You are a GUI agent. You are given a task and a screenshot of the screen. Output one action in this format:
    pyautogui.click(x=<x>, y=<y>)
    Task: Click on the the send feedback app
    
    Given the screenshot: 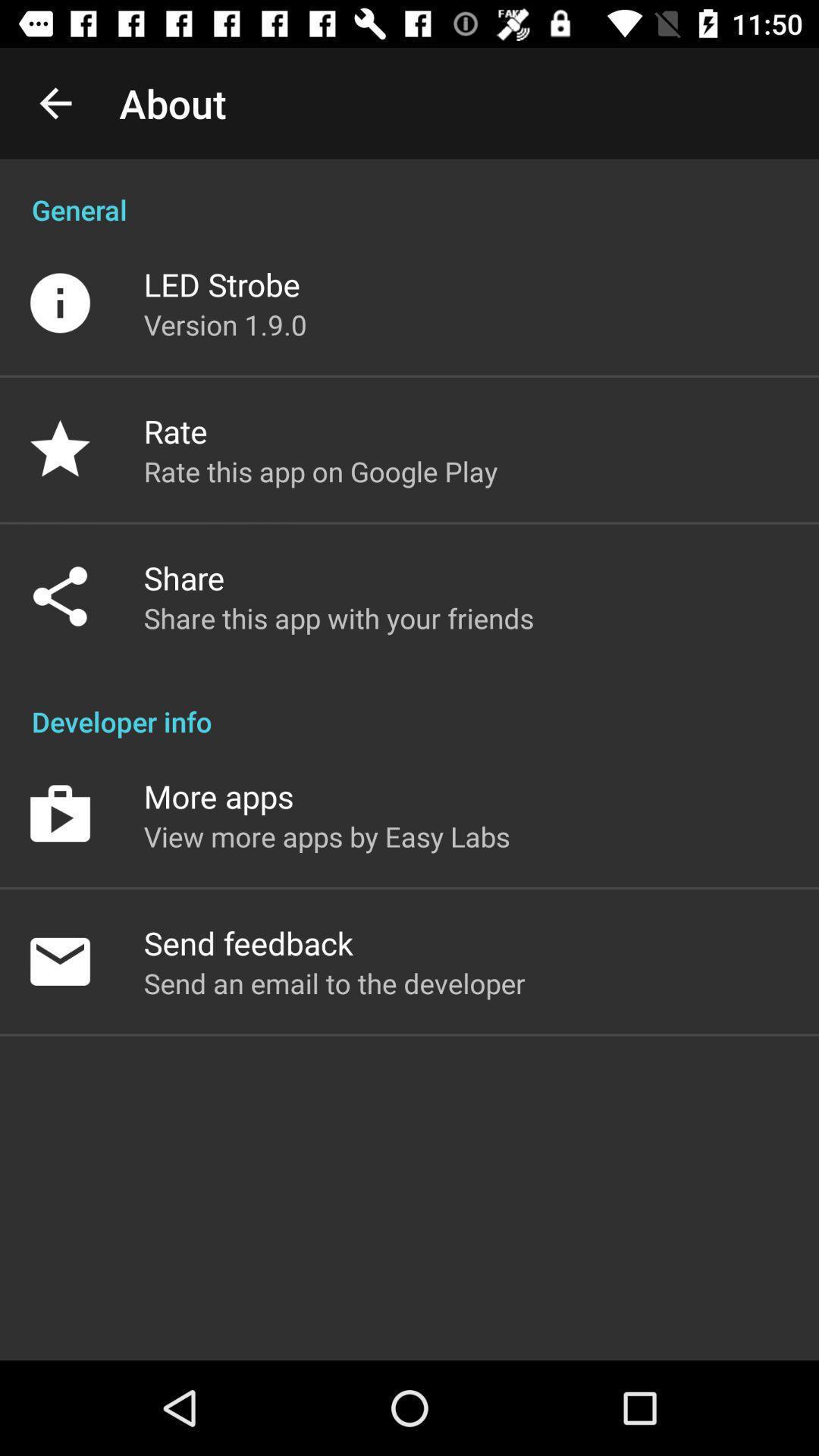 What is the action you would take?
    pyautogui.click(x=247, y=942)
    